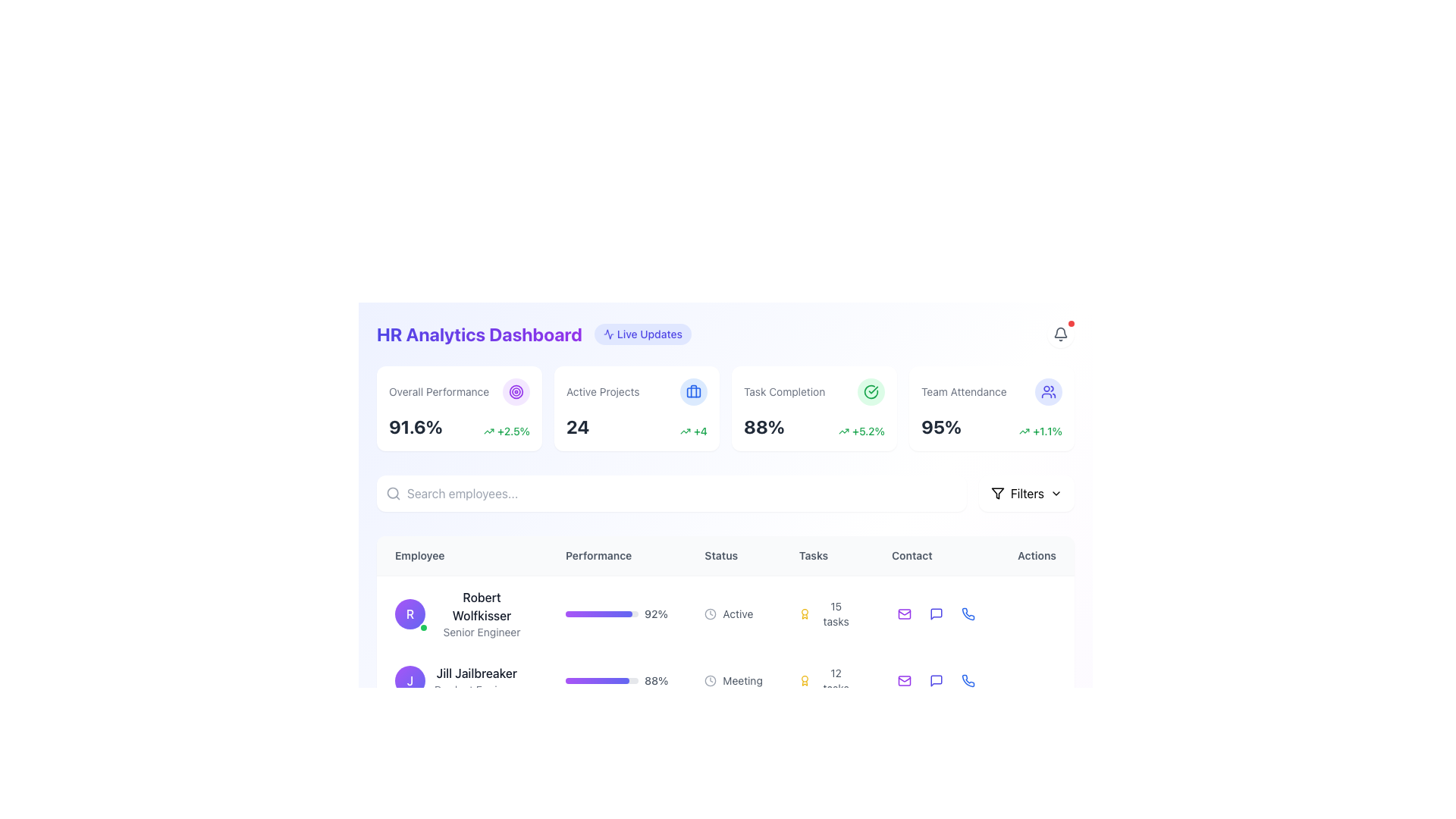 The width and height of the screenshot is (1456, 819). What do you see at coordinates (967, 614) in the screenshot?
I see `the phone contact icon located on the right side of the 'Contact' column in the row associated with 'Jill Jailbreaker'` at bounding box center [967, 614].